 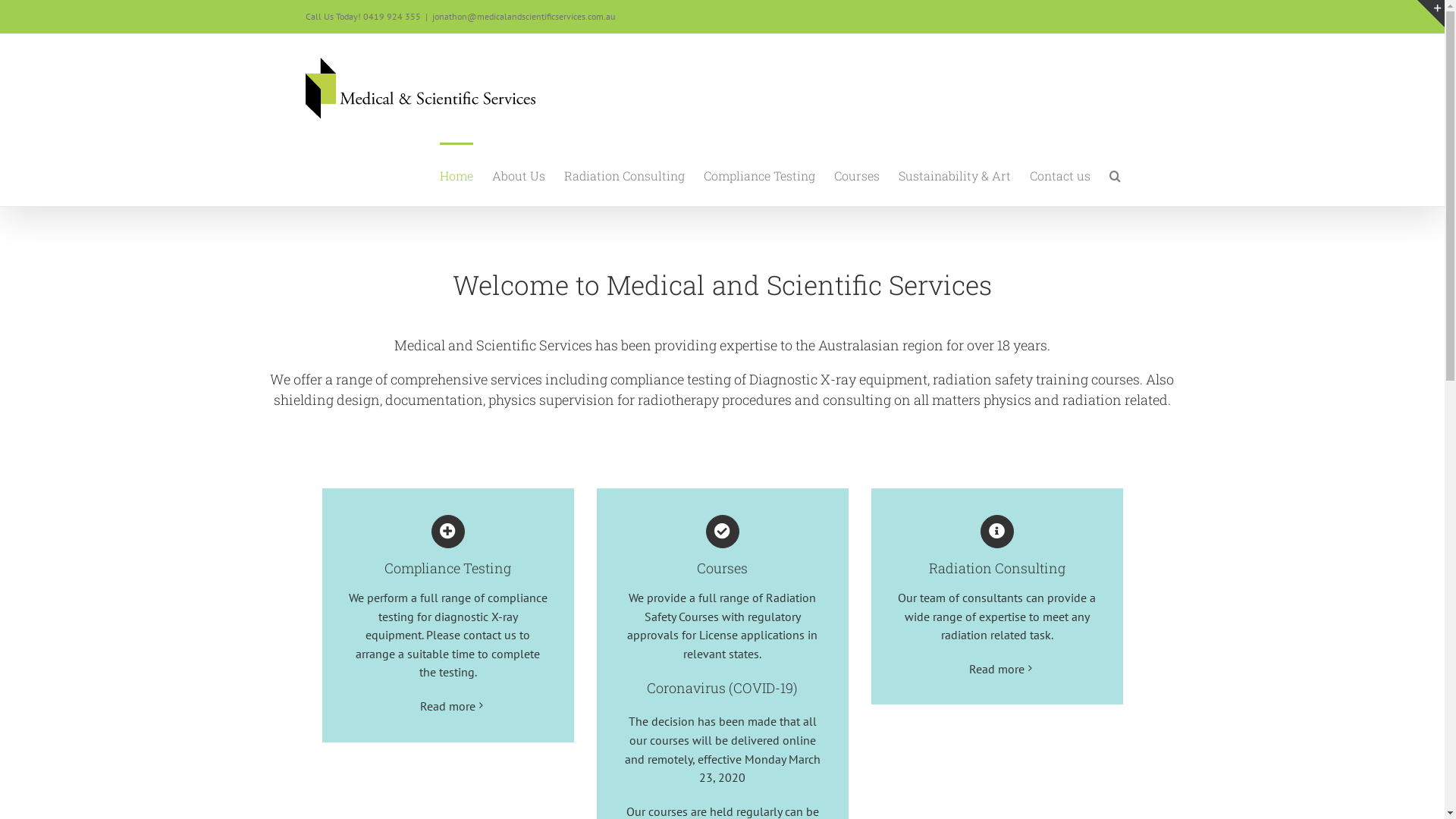 What do you see at coordinates (952, 174) in the screenshot?
I see `'Sustainability & Art'` at bounding box center [952, 174].